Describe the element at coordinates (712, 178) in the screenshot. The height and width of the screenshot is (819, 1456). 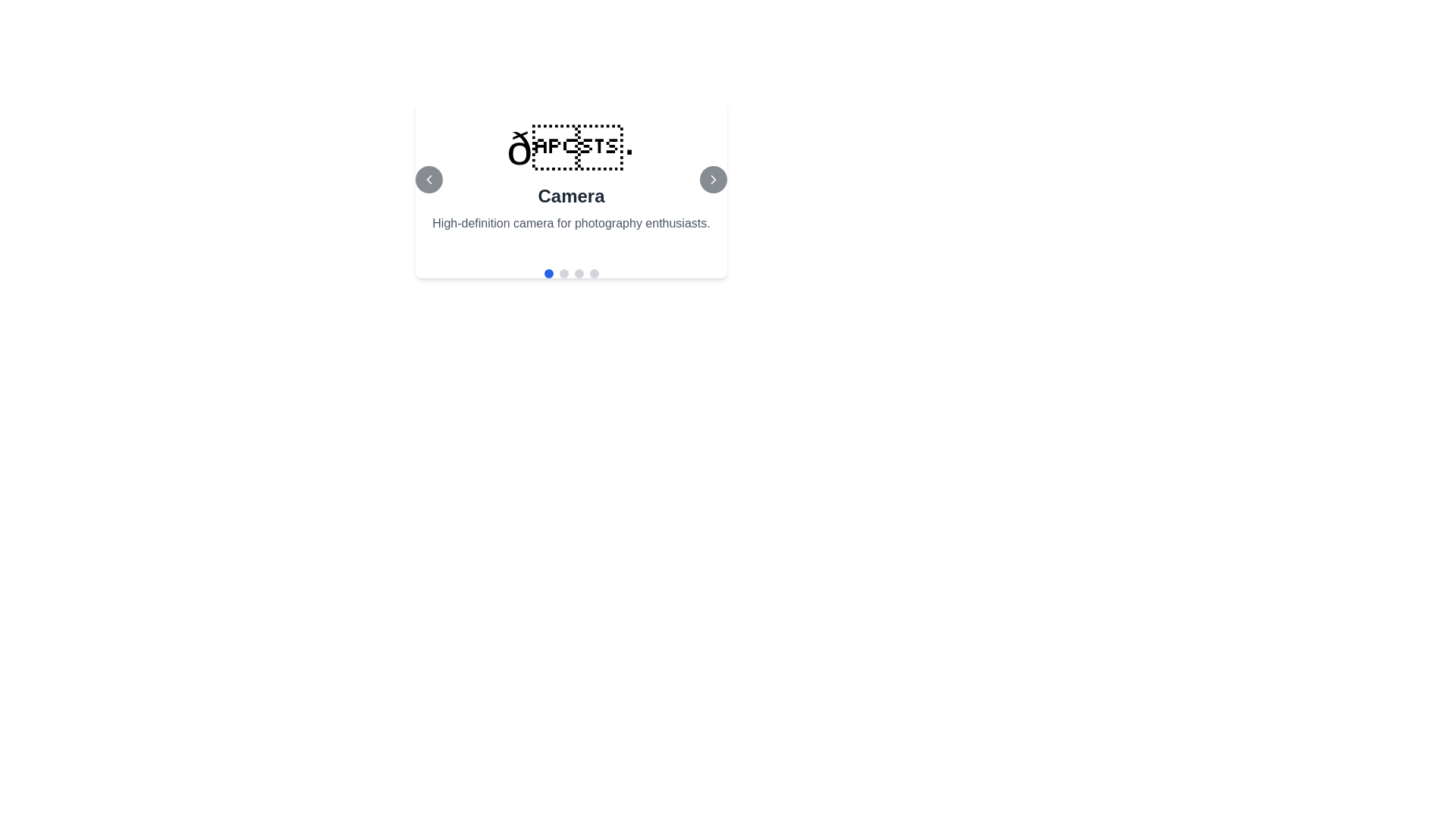
I see `the SVG chevron icon located in the right circular area of the card interface` at that location.